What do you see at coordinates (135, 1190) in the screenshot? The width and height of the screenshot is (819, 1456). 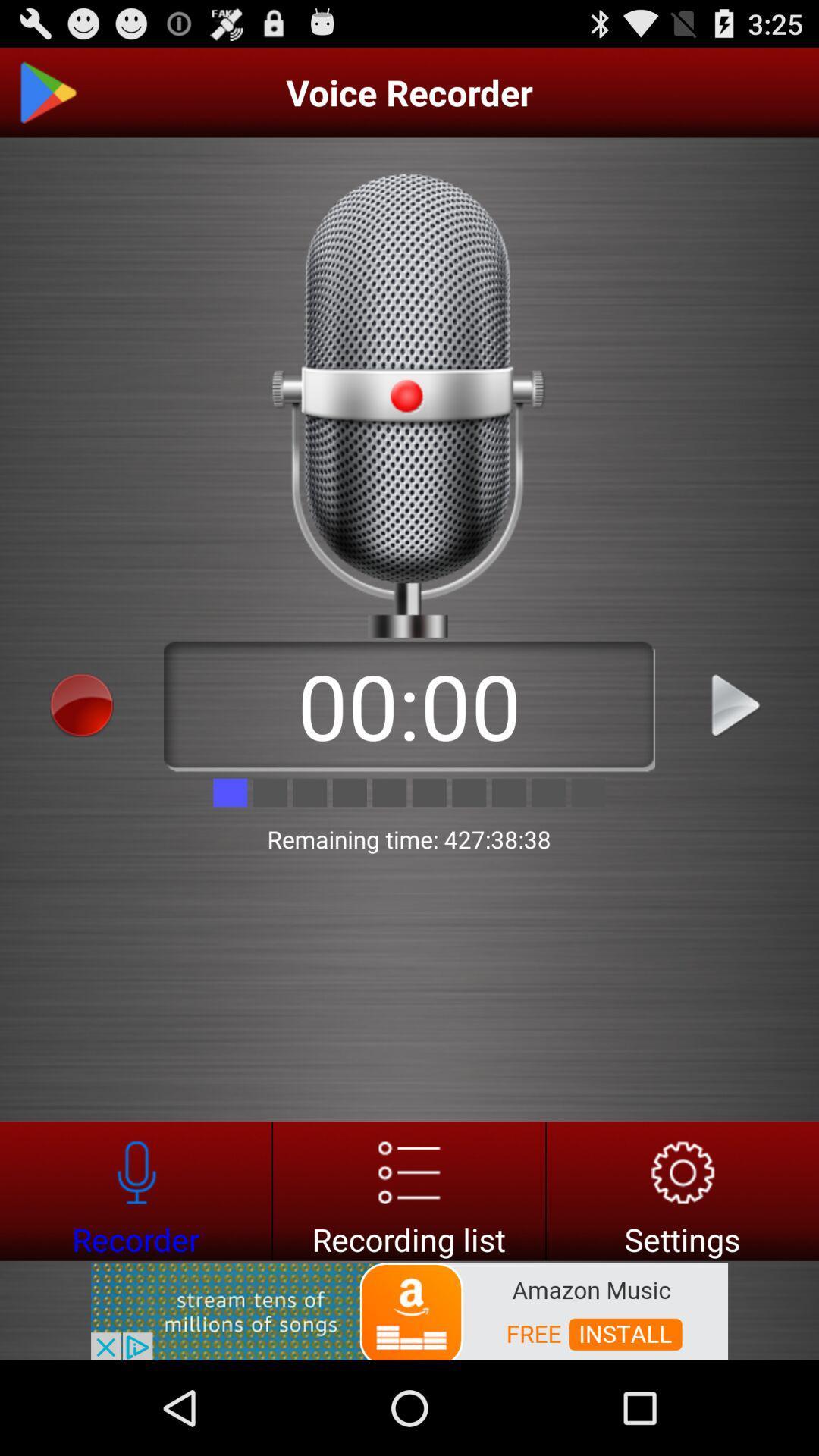 I see `recorder` at bounding box center [135, 1190].